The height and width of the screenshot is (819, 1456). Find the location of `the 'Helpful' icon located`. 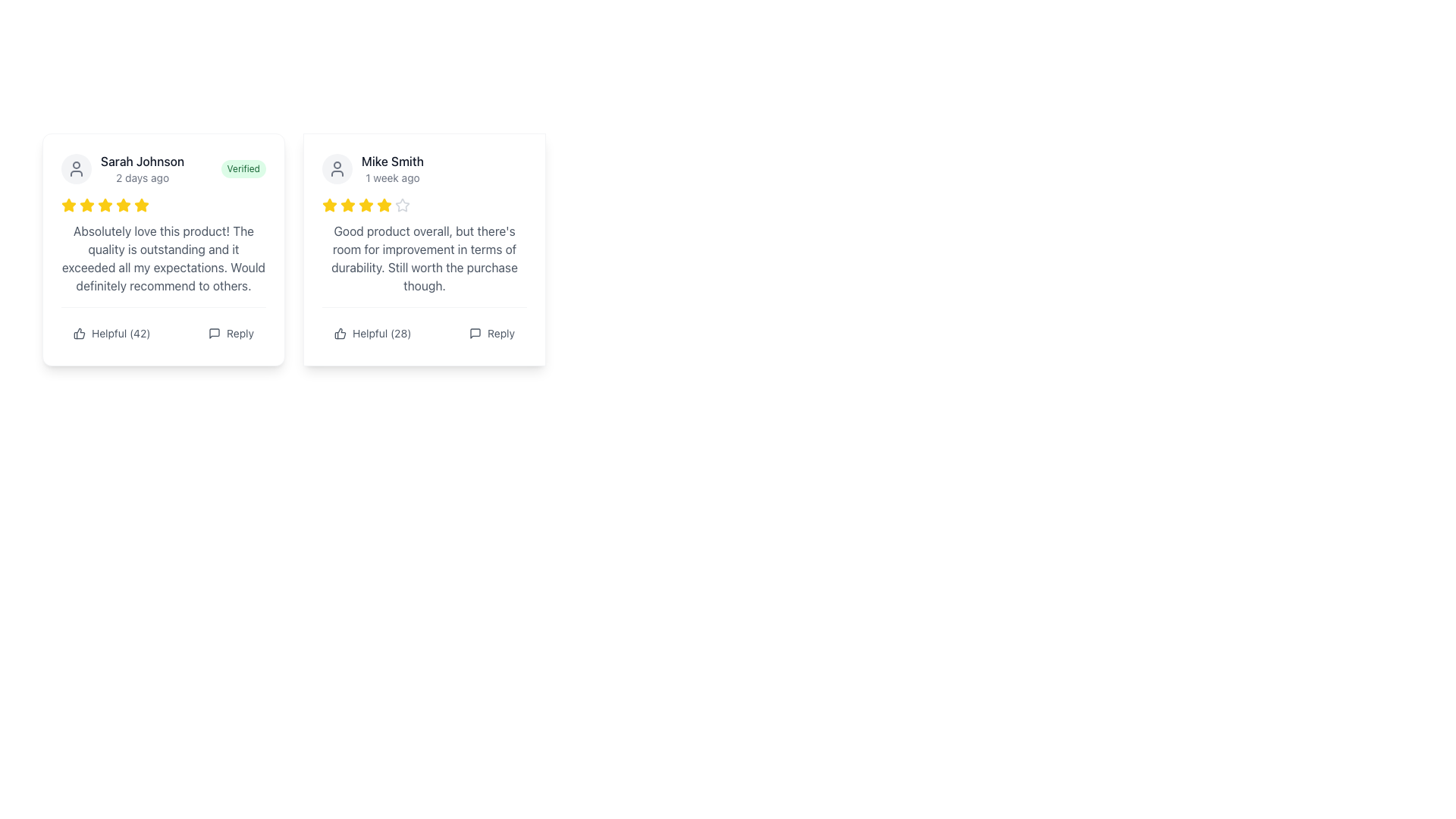

the 'Helpful' icon located is located at coordinates (340, 332).